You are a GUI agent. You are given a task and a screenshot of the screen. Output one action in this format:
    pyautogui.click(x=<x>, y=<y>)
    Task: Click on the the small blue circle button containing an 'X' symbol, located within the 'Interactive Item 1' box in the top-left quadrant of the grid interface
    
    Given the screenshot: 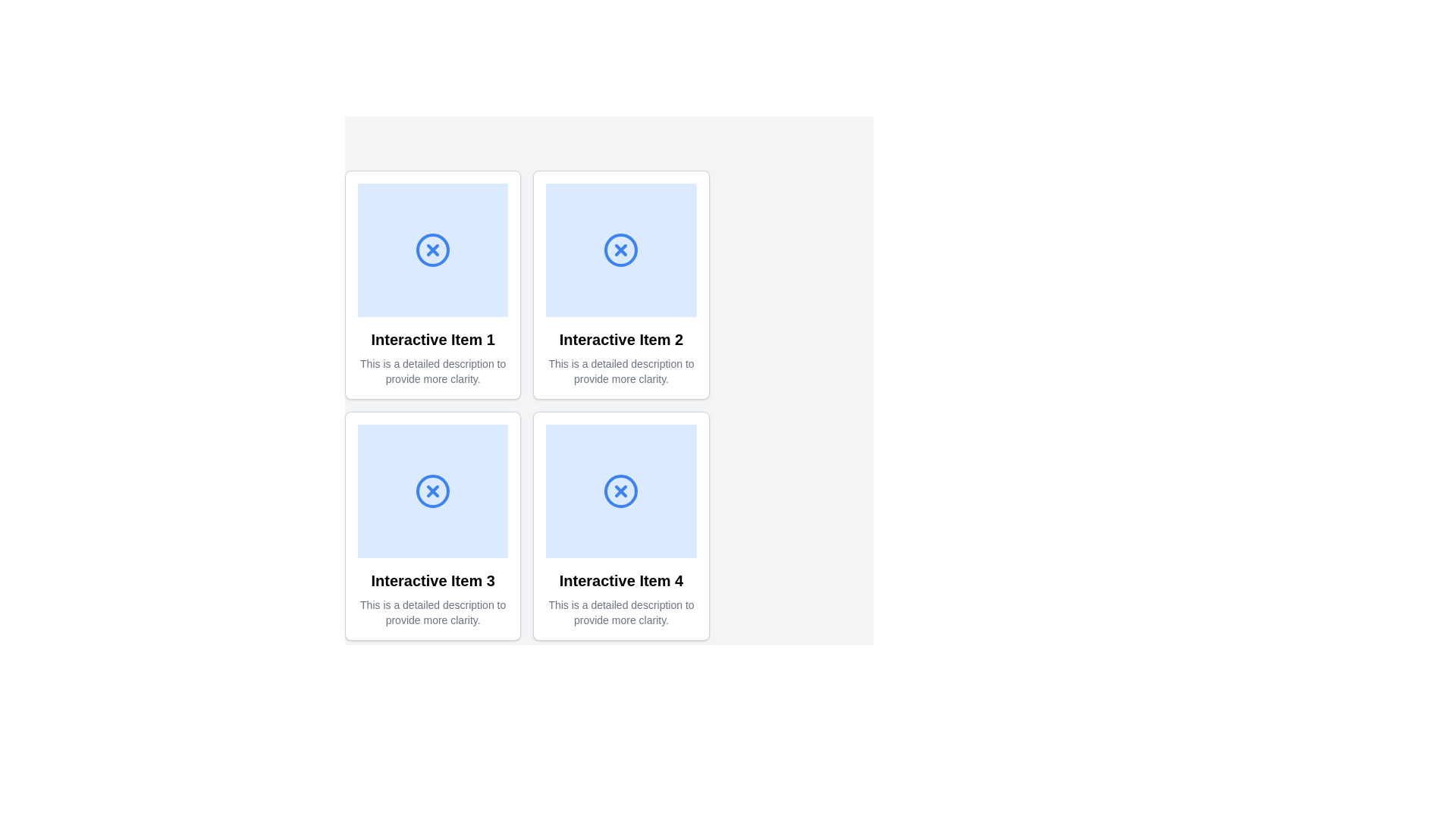 What is the action you would take?
    pyautogui.click(x=432, y=249)
    